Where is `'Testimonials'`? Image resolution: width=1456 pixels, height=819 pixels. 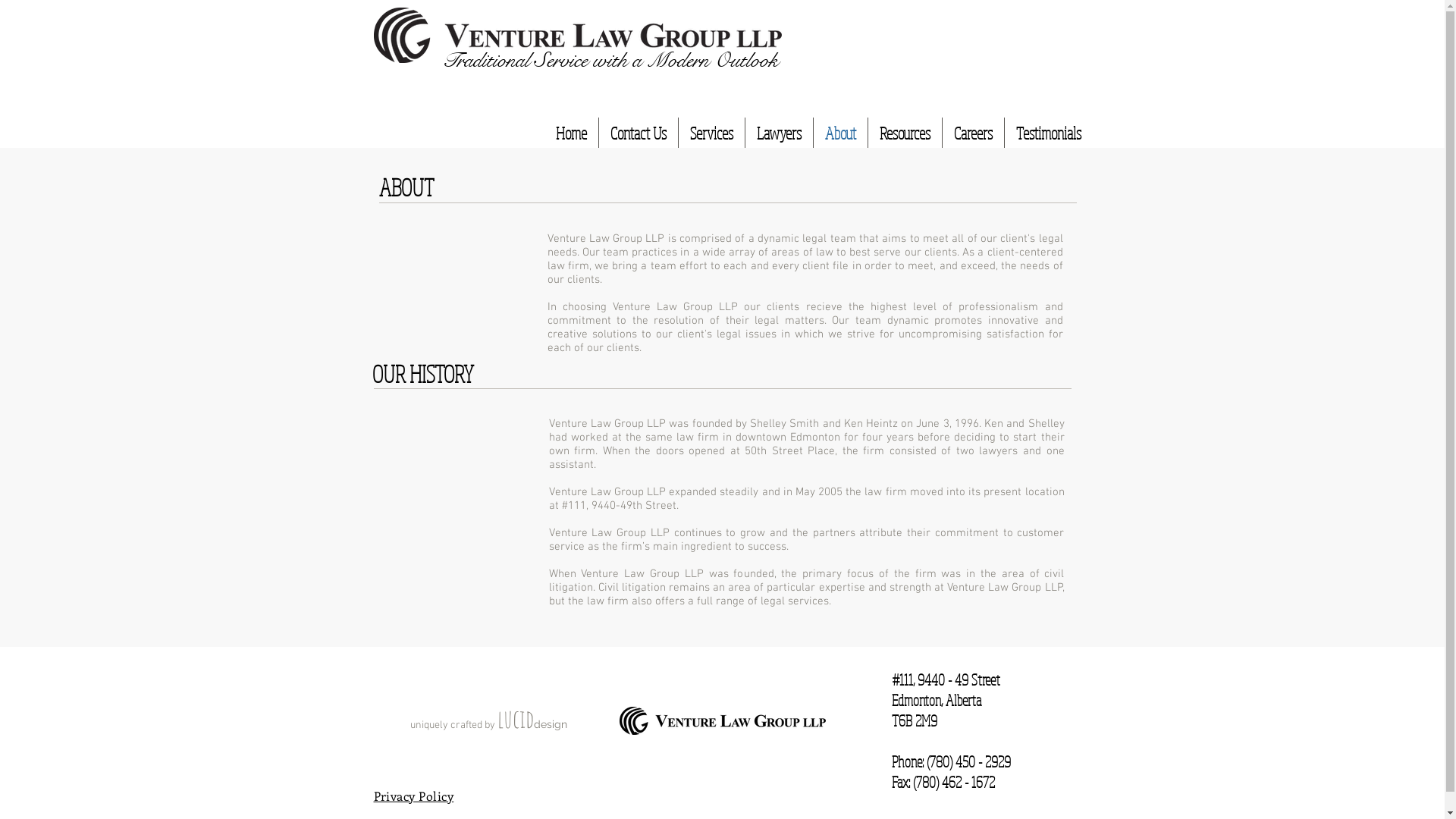 'Testimonials' is located at coordinates (1004, 131).